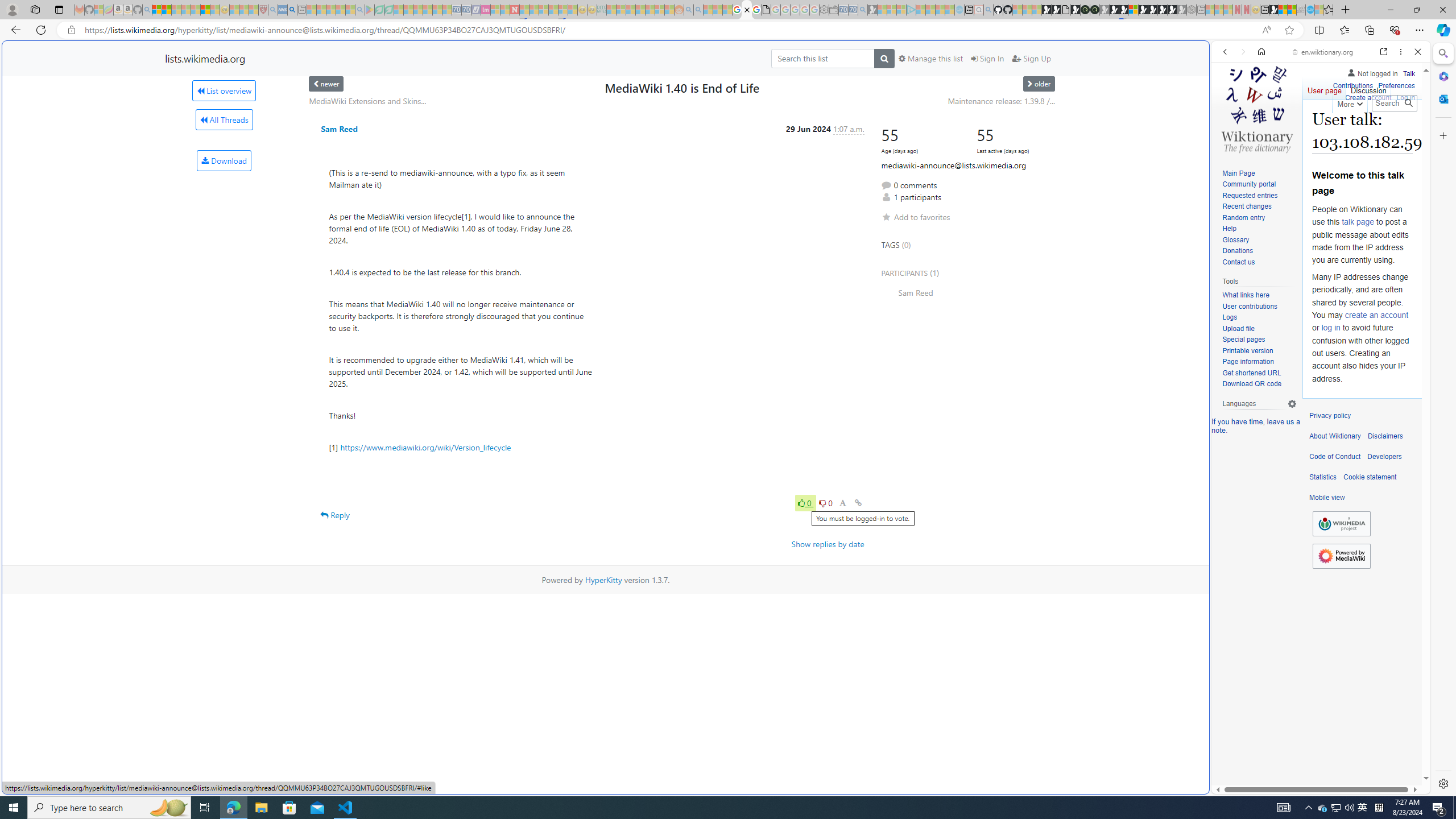 This screenshot has height=819, width=1456. Describe the element at coordinates (1408, 73) in the screenshot. I see `'Talk'` at that location.